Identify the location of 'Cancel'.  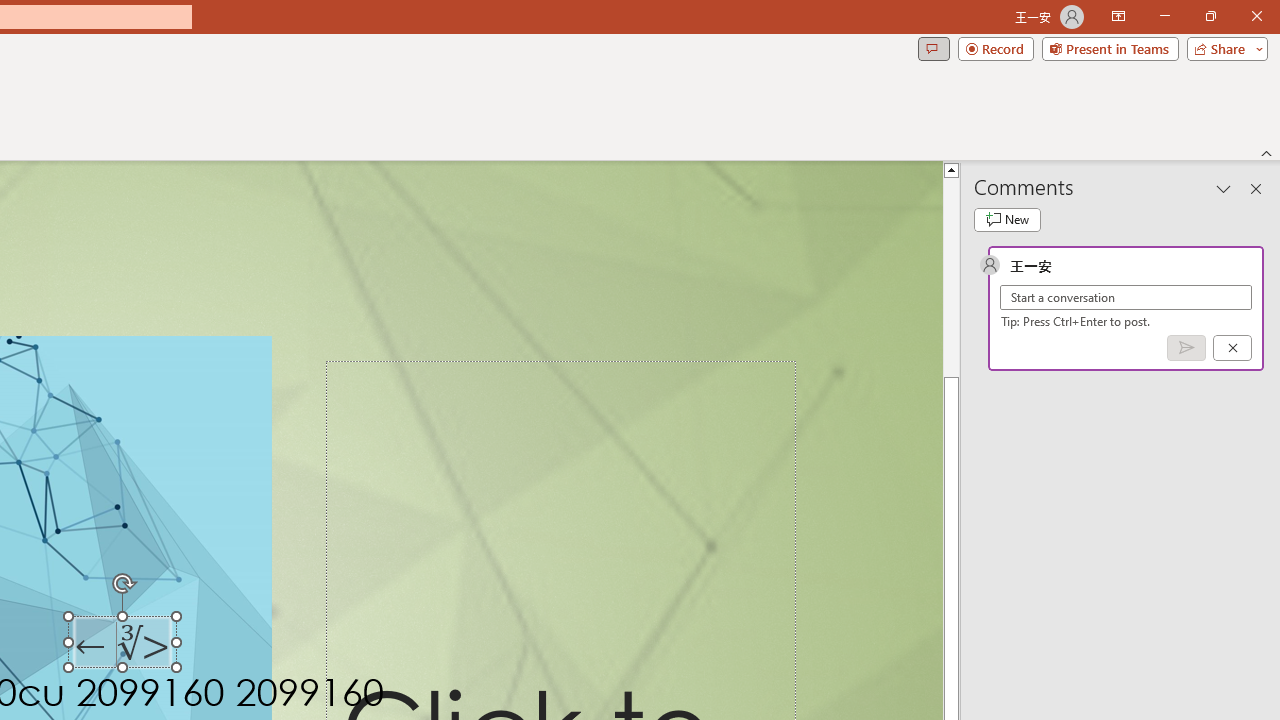
(1231, 346).